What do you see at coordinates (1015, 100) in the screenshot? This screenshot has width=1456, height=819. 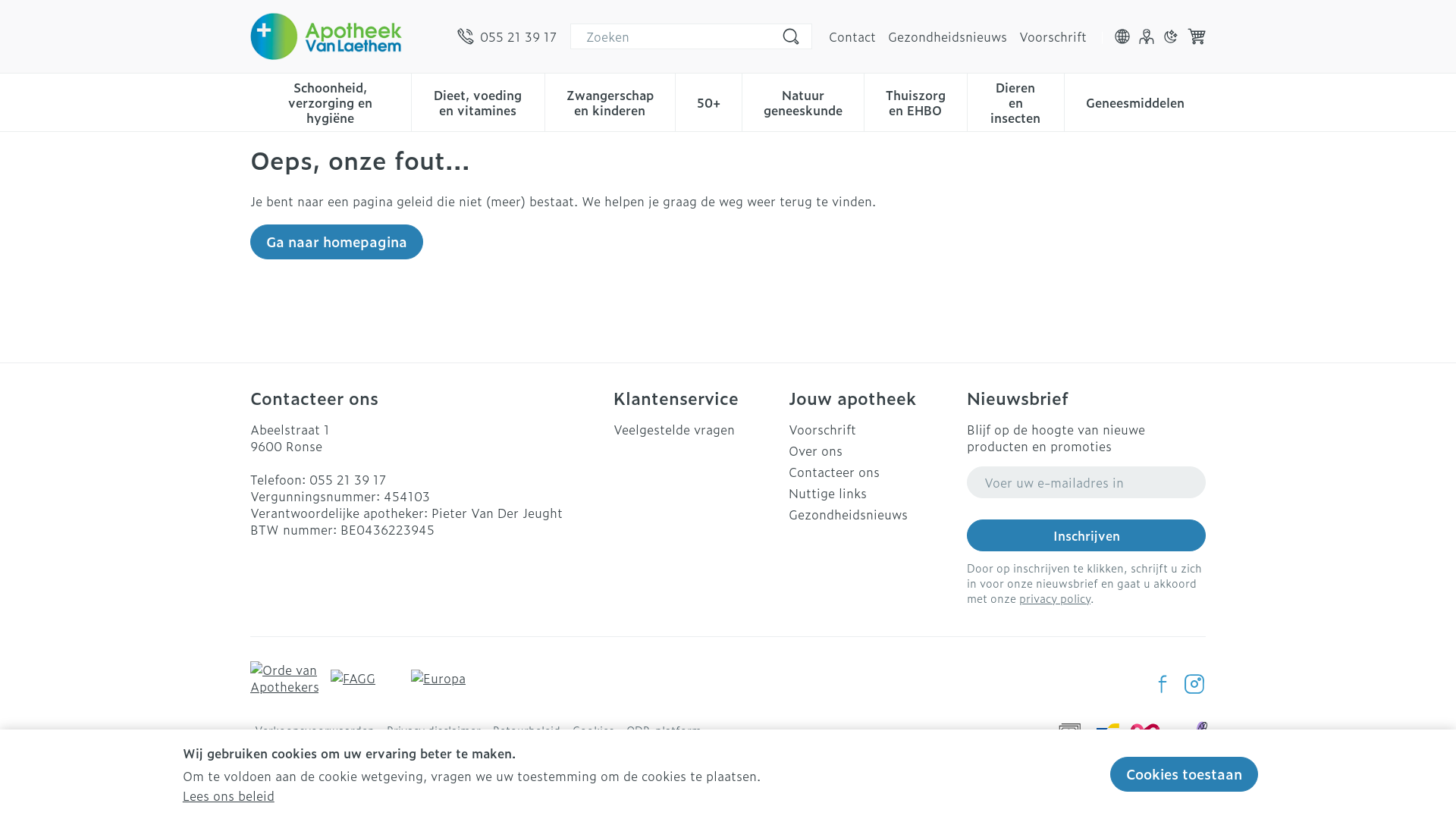 I see `'Dieren en insecten'` at bounding box center [1015, 100].